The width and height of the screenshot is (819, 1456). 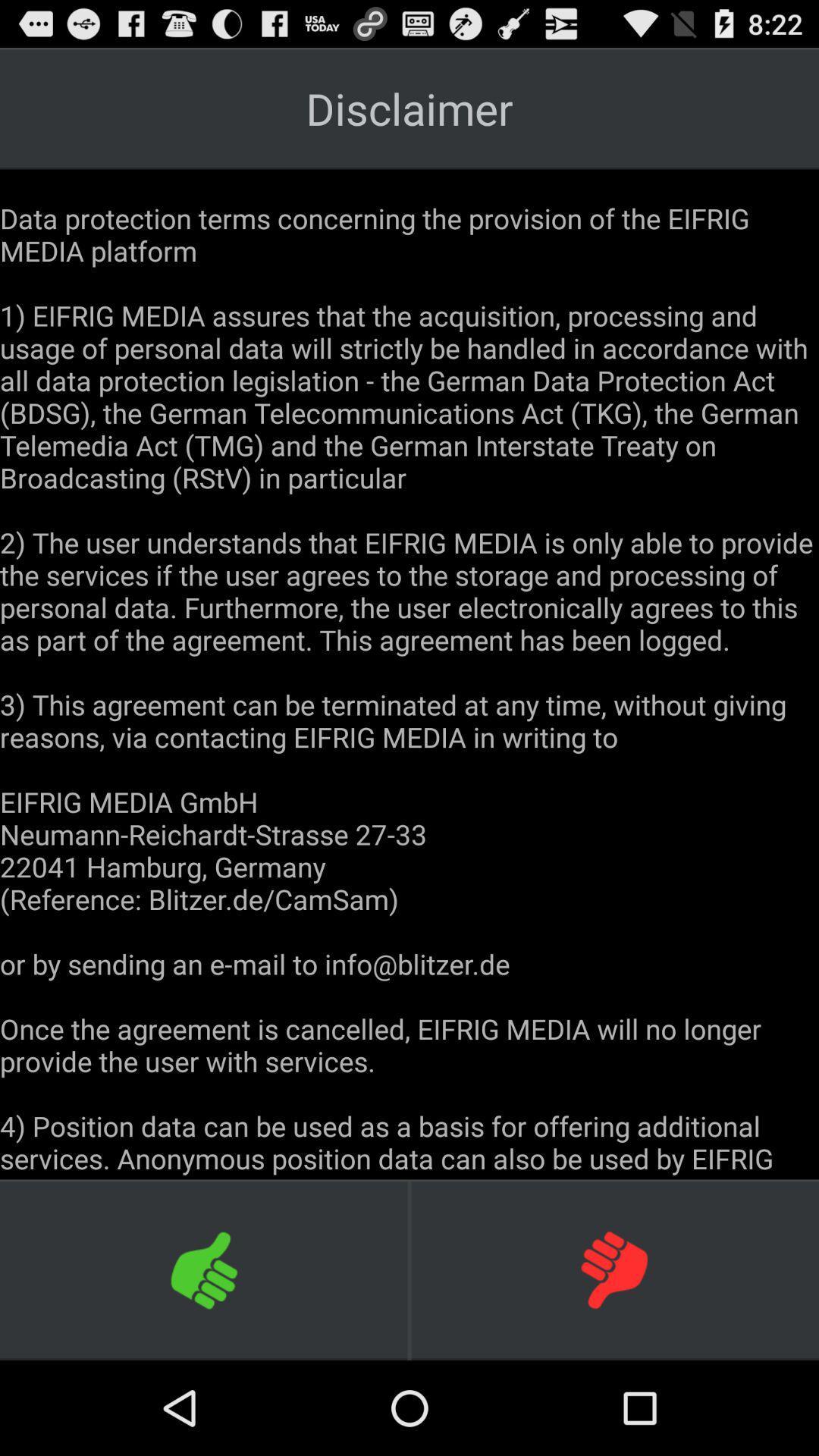 I want to click on the icon at the bottom left corner, so click(x=205, y=1269).